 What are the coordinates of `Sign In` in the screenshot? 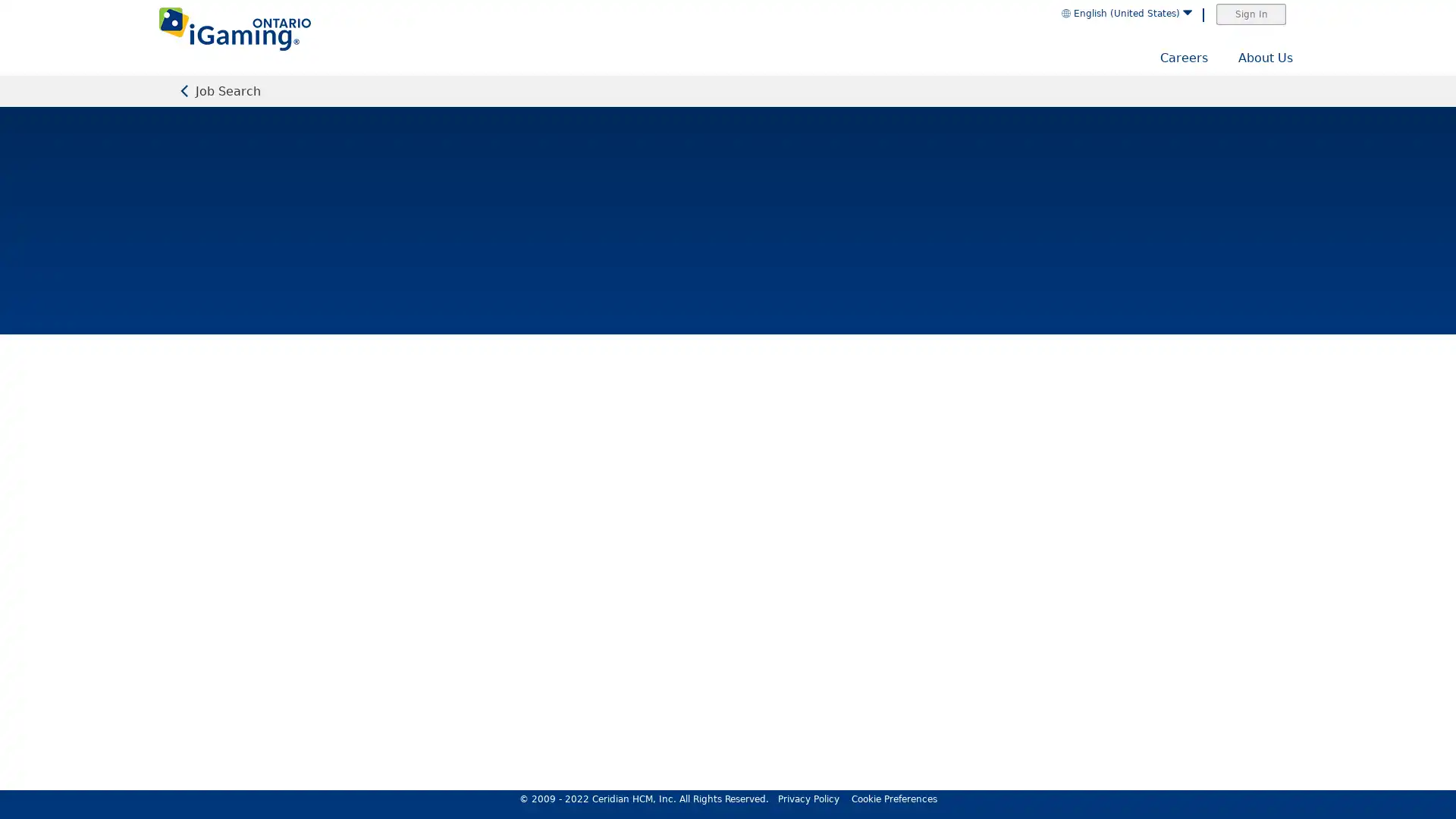 It's located at (1251, 14).